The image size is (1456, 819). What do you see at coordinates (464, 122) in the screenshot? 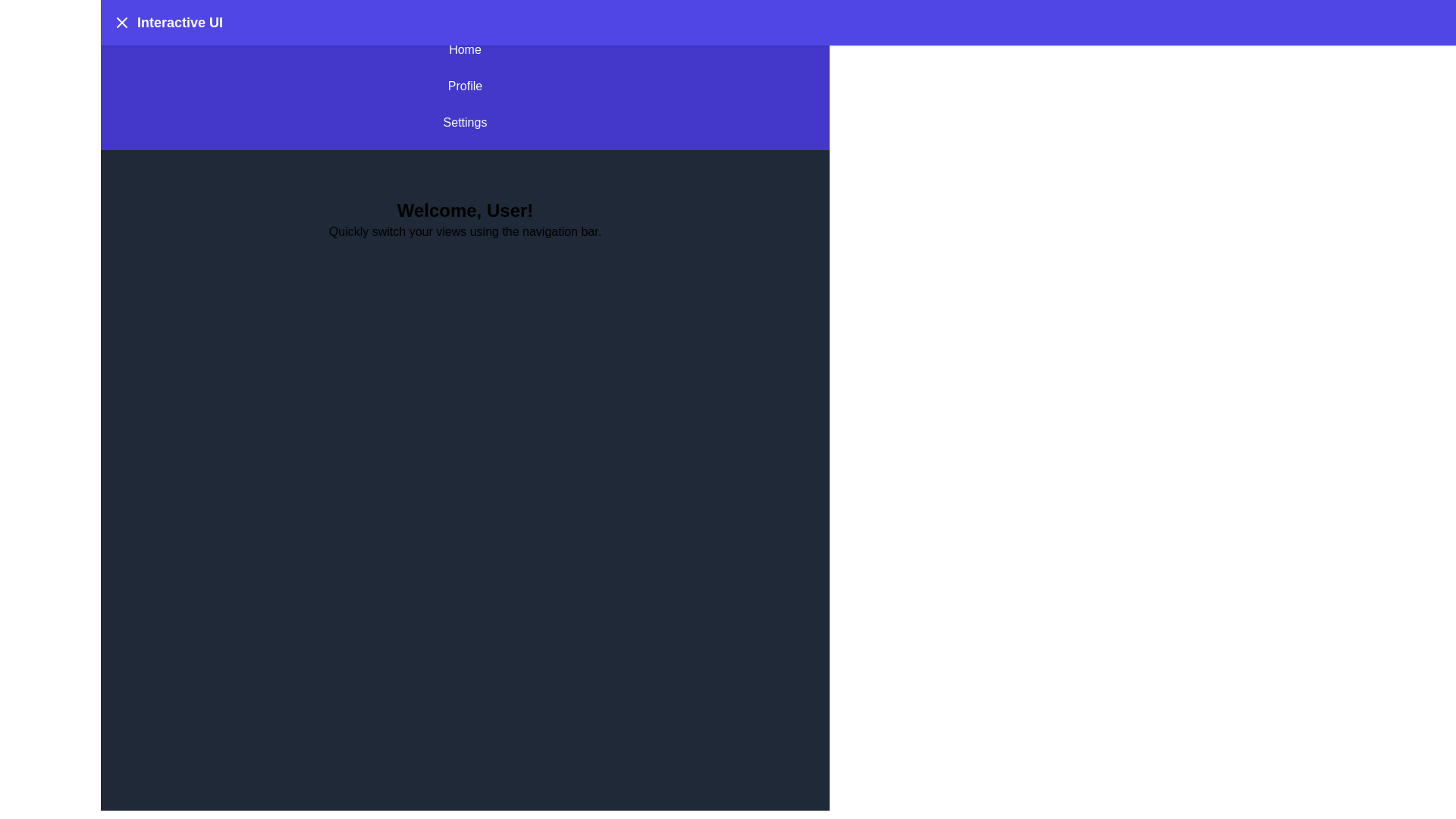
I see `the navigation menu item Settings` at bounding box center [464, 122].